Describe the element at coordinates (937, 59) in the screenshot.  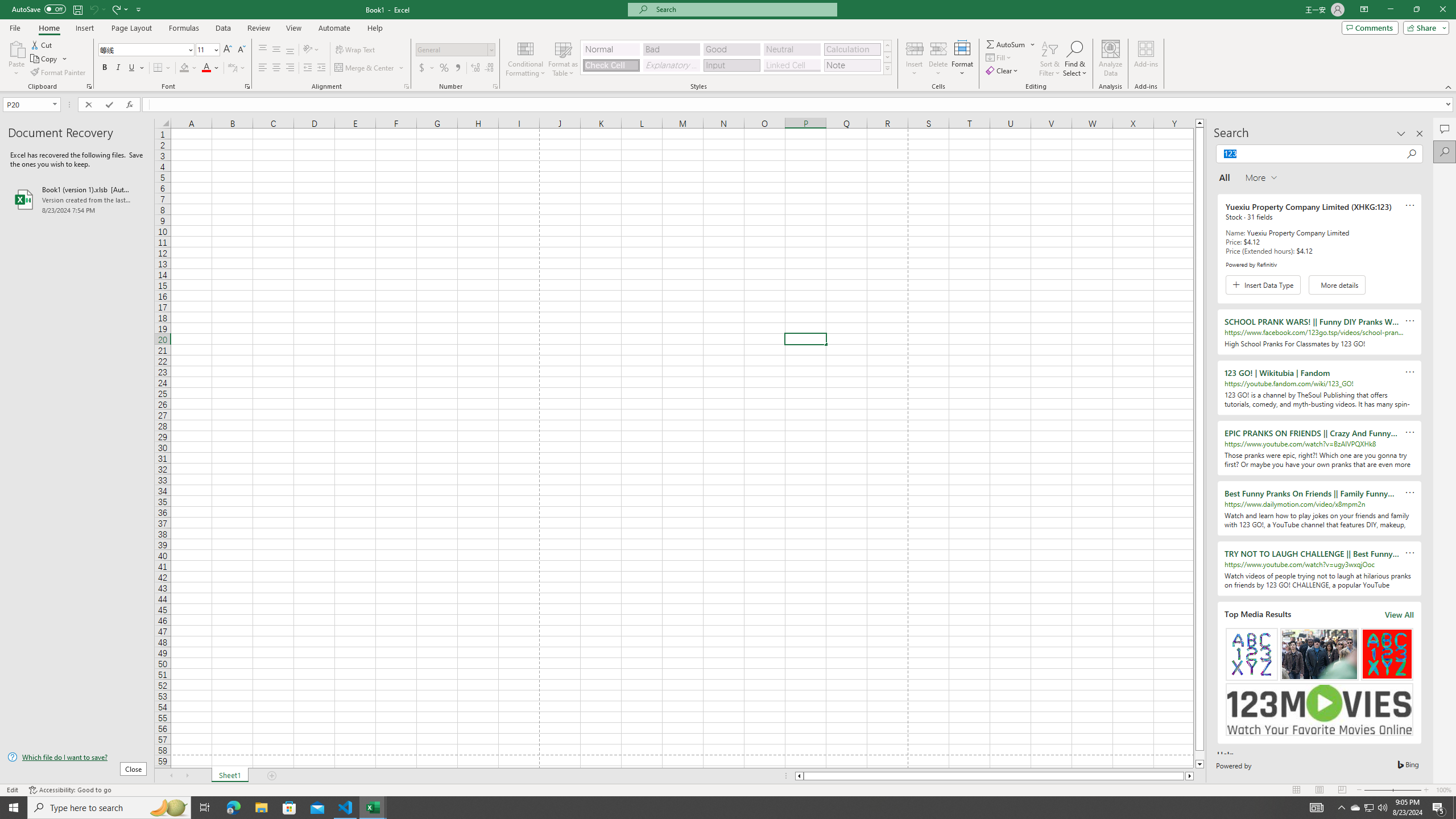
I see `'Delete'` at that location.